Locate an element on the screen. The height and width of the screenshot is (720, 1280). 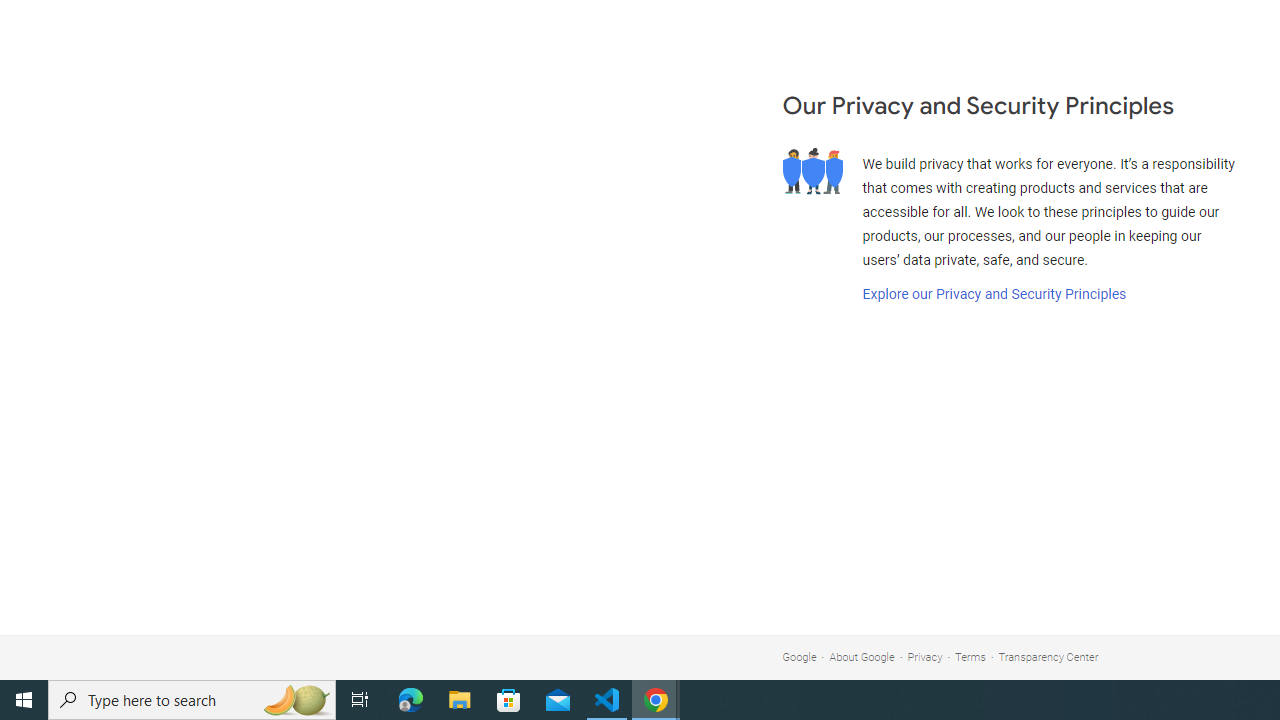
'Explore our Privacy and Security Principles' is located at coordinates (993, 294).